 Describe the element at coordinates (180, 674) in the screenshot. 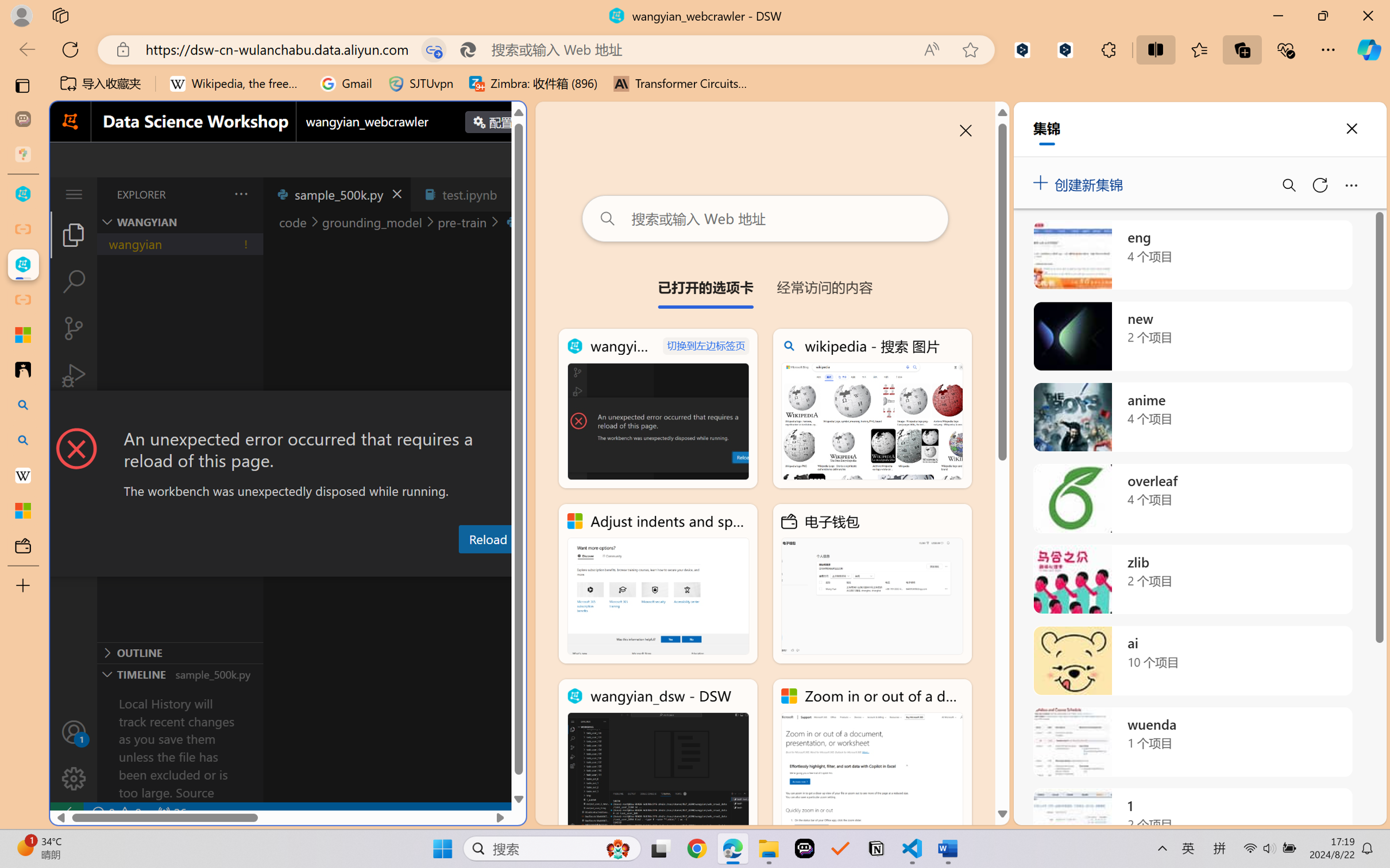

I see `'Timeline Section'` at that location.